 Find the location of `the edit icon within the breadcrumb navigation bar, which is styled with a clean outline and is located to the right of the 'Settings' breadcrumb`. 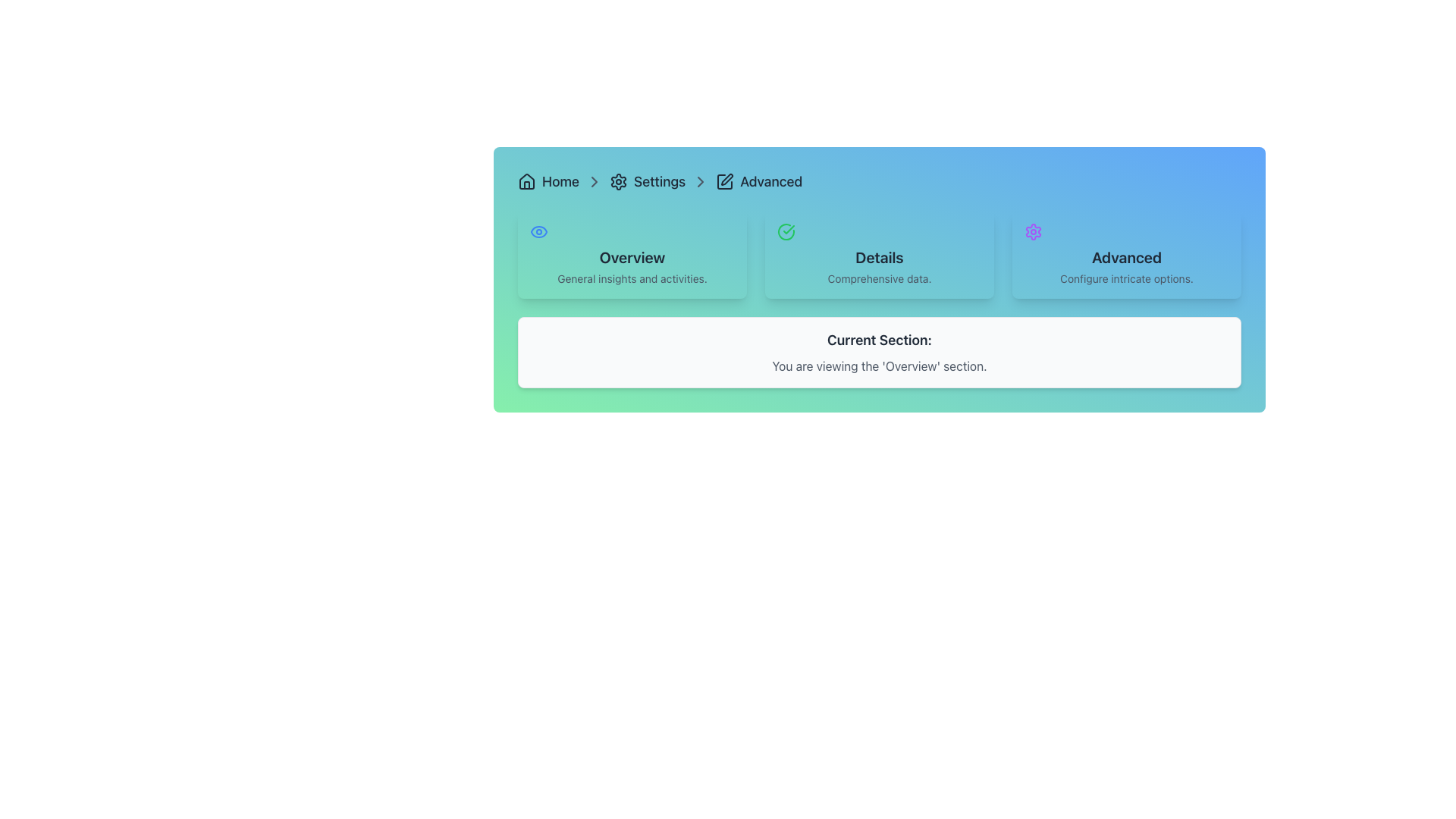

the edit icon within the breadcrumb navigation bar, which is styled with a clean outline and is located to the right of the 'Settings' breadcrumb is located at coordinates (726, 178).